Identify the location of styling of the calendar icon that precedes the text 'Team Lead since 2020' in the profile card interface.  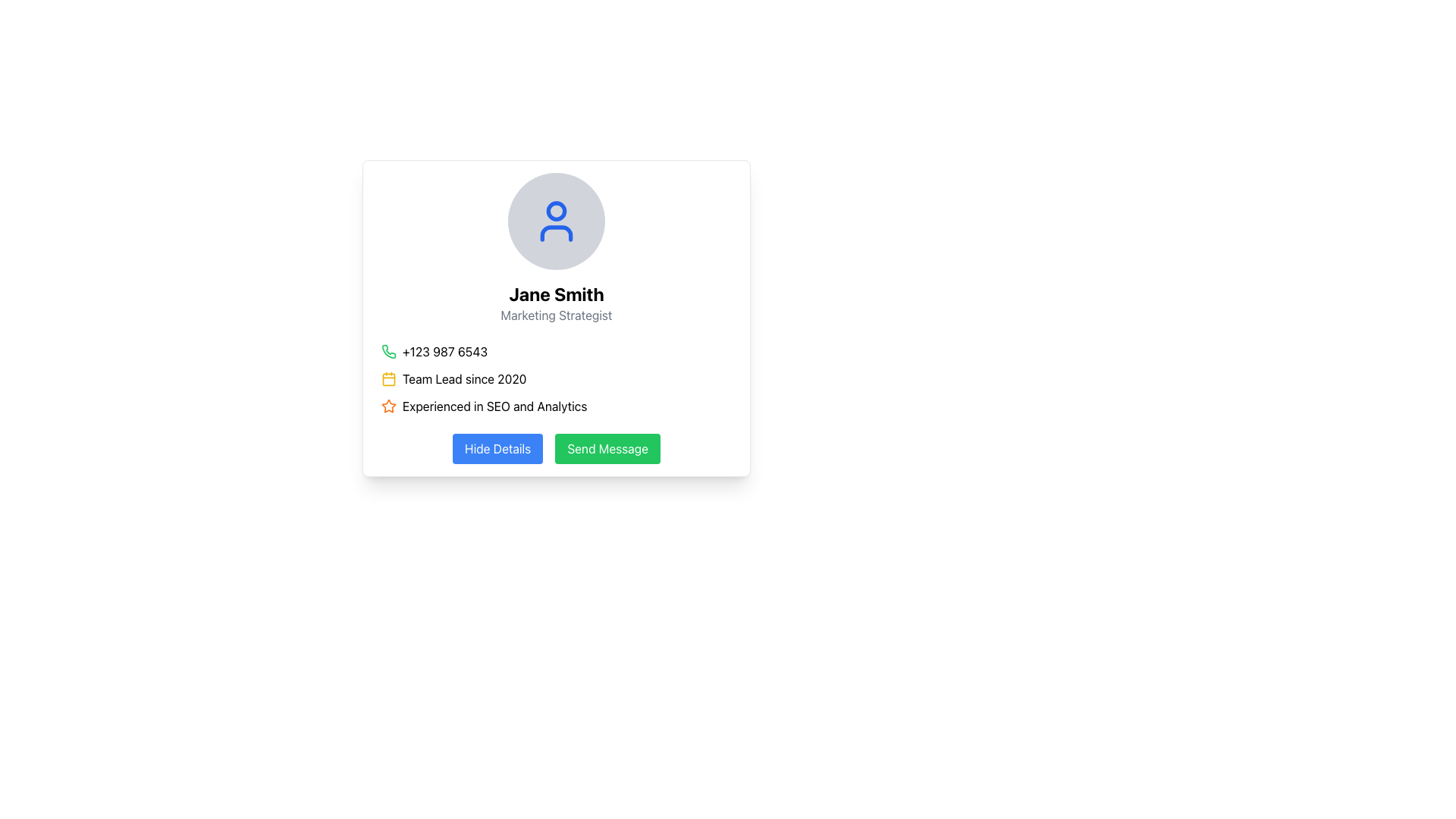
(389, 378).